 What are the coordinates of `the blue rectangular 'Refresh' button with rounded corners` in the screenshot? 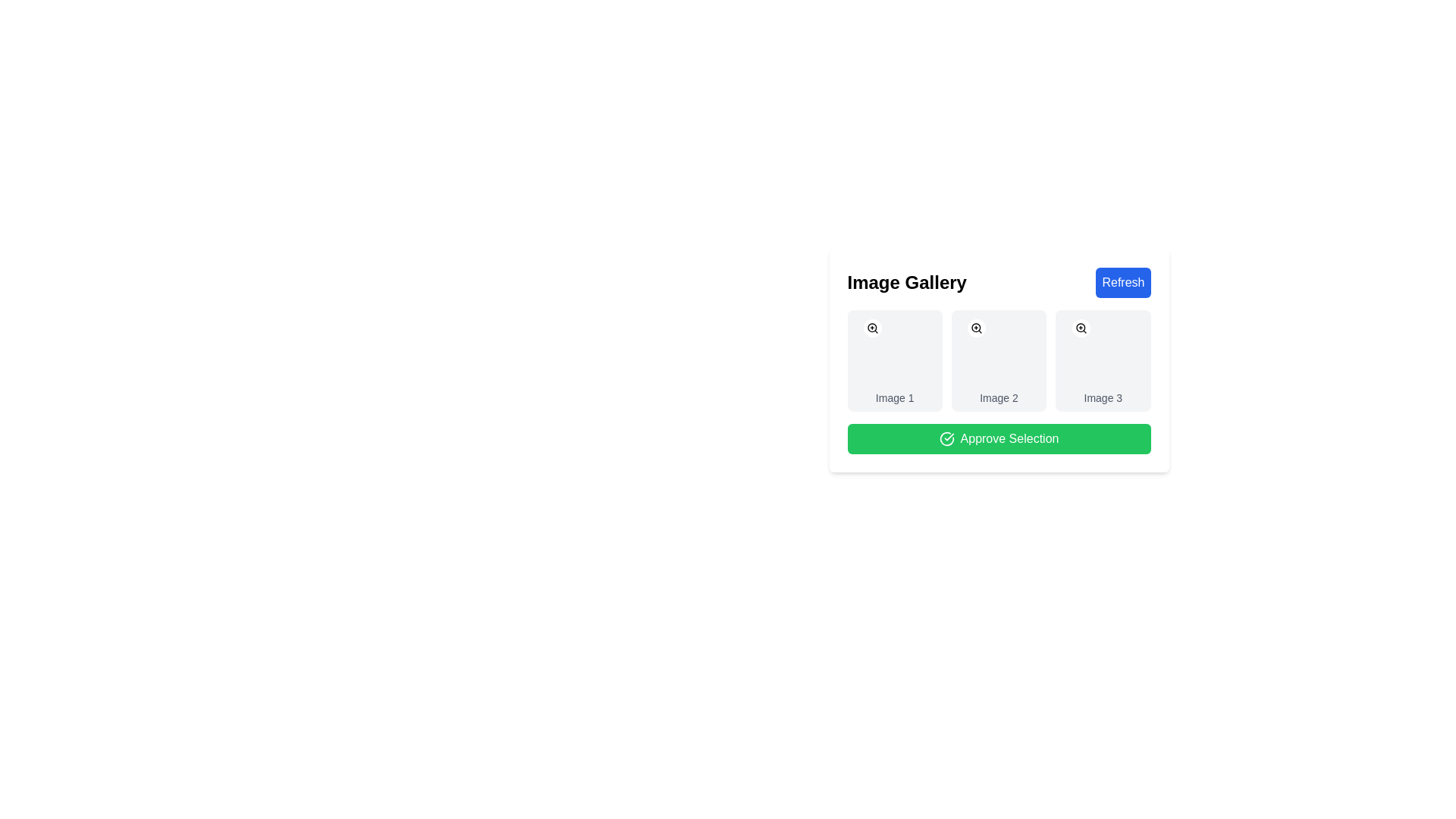 It's located at (1123, 283).